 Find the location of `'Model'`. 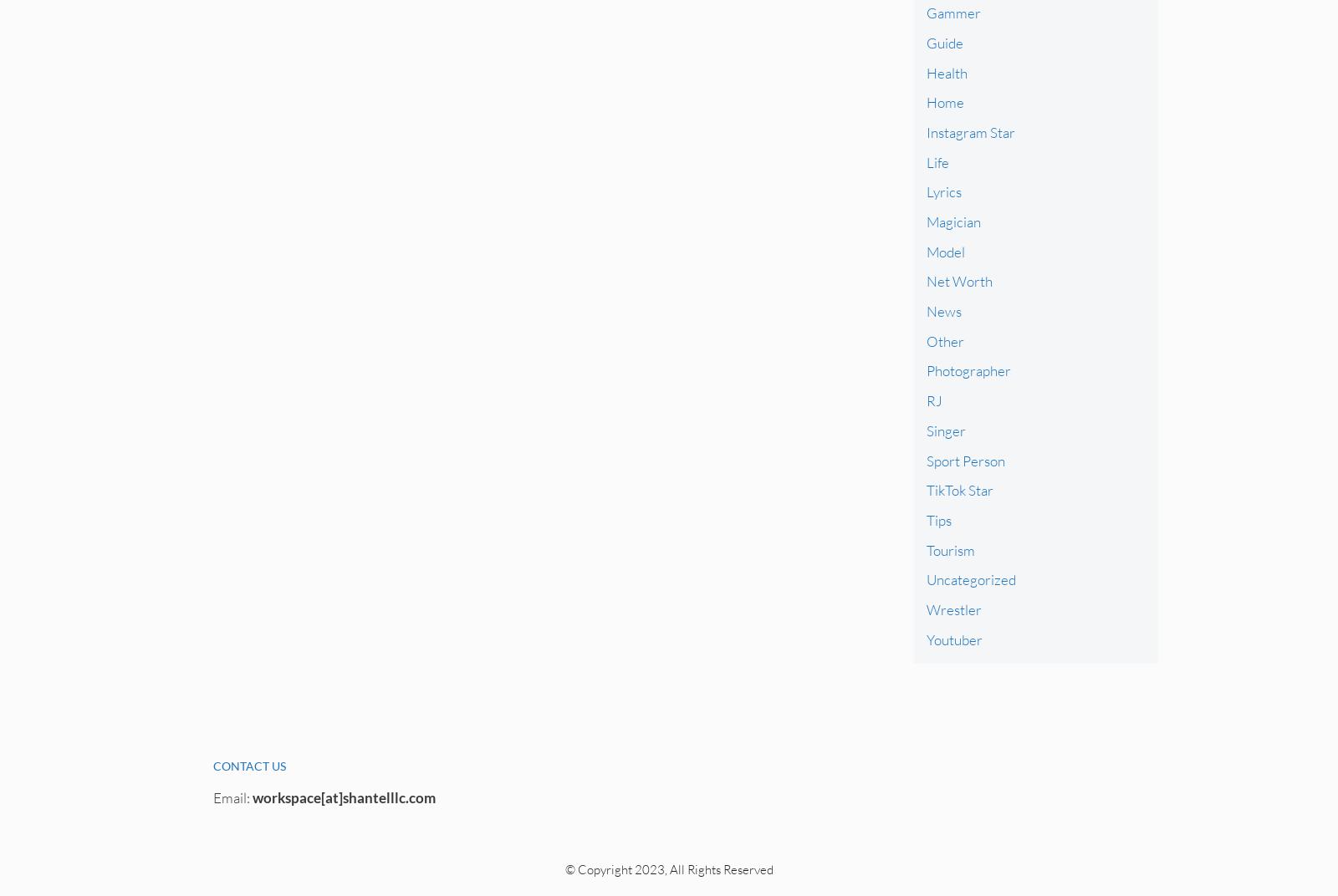

'Model' is located at coordinates (945, 250).